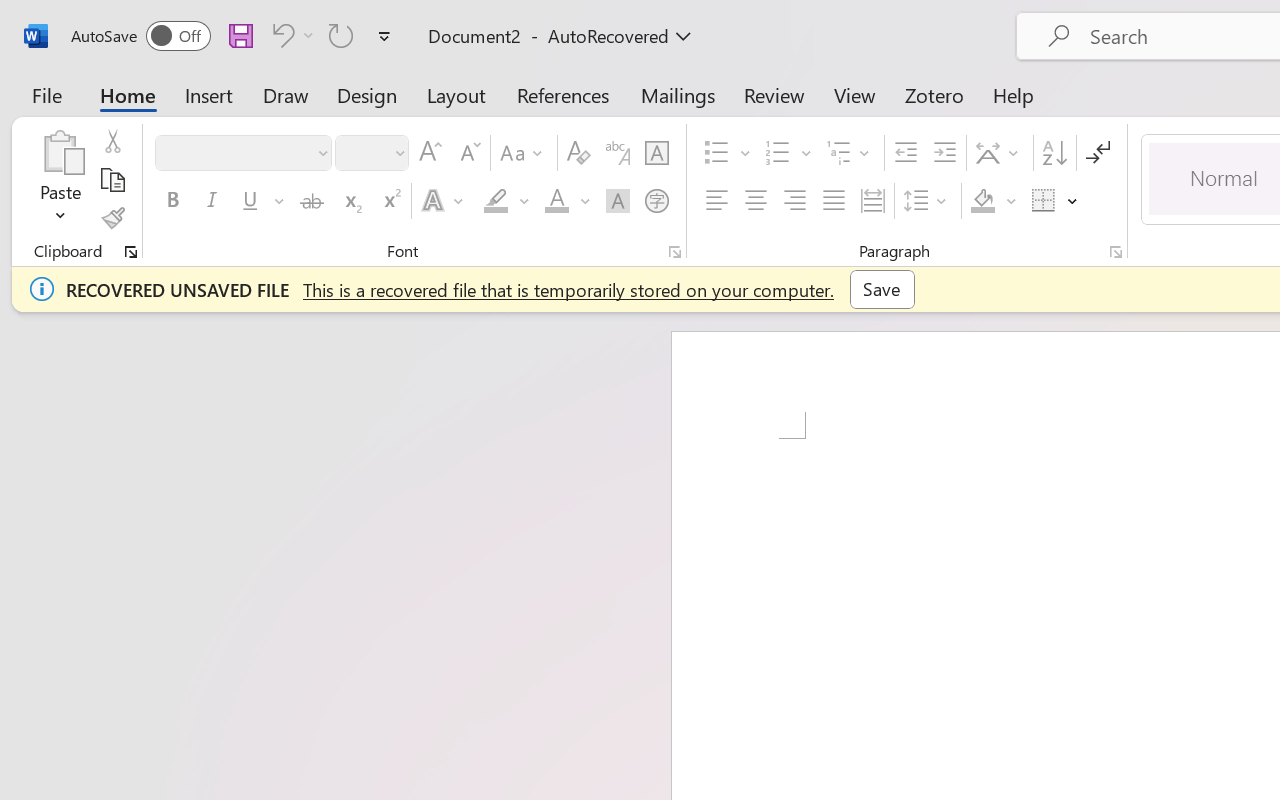  I want to click on 'Phonetic Guide...', so click(617, 153).